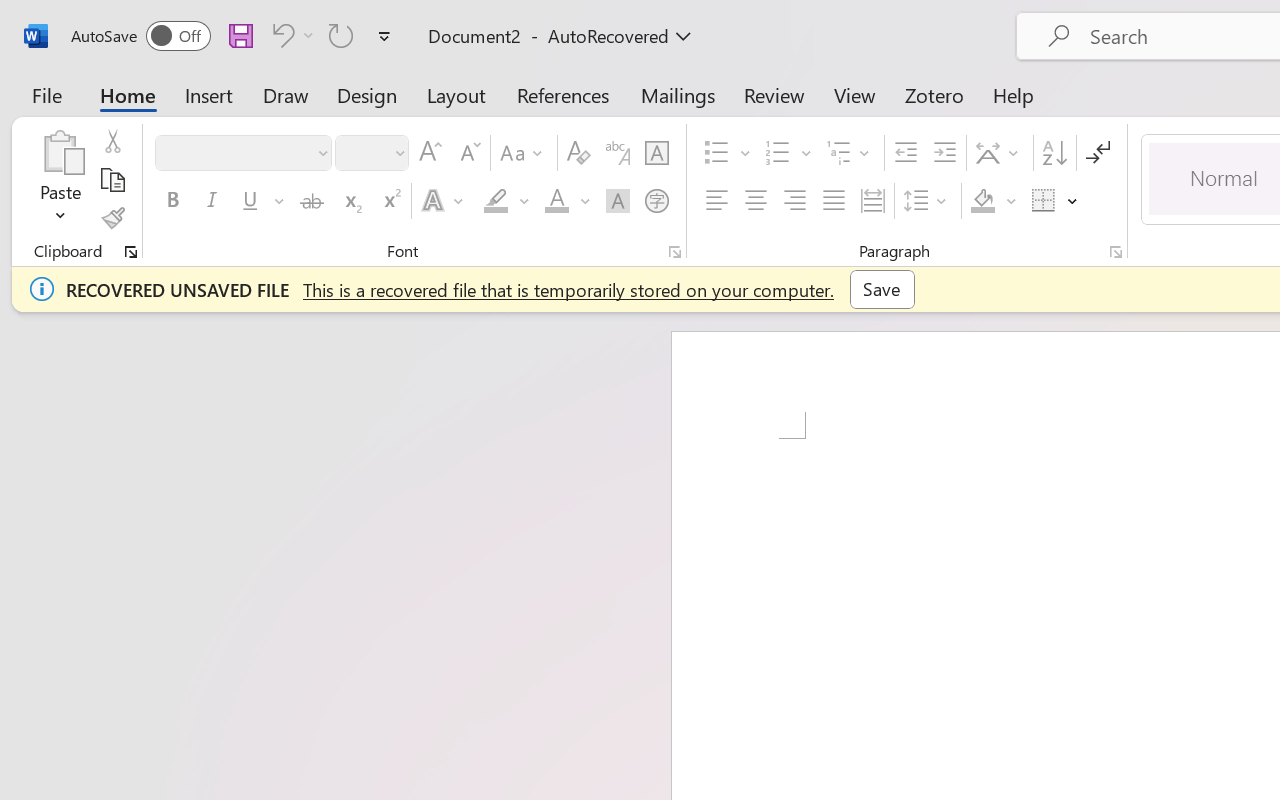  I want to click on 'Phonetic Guide...', so click(617, 153).